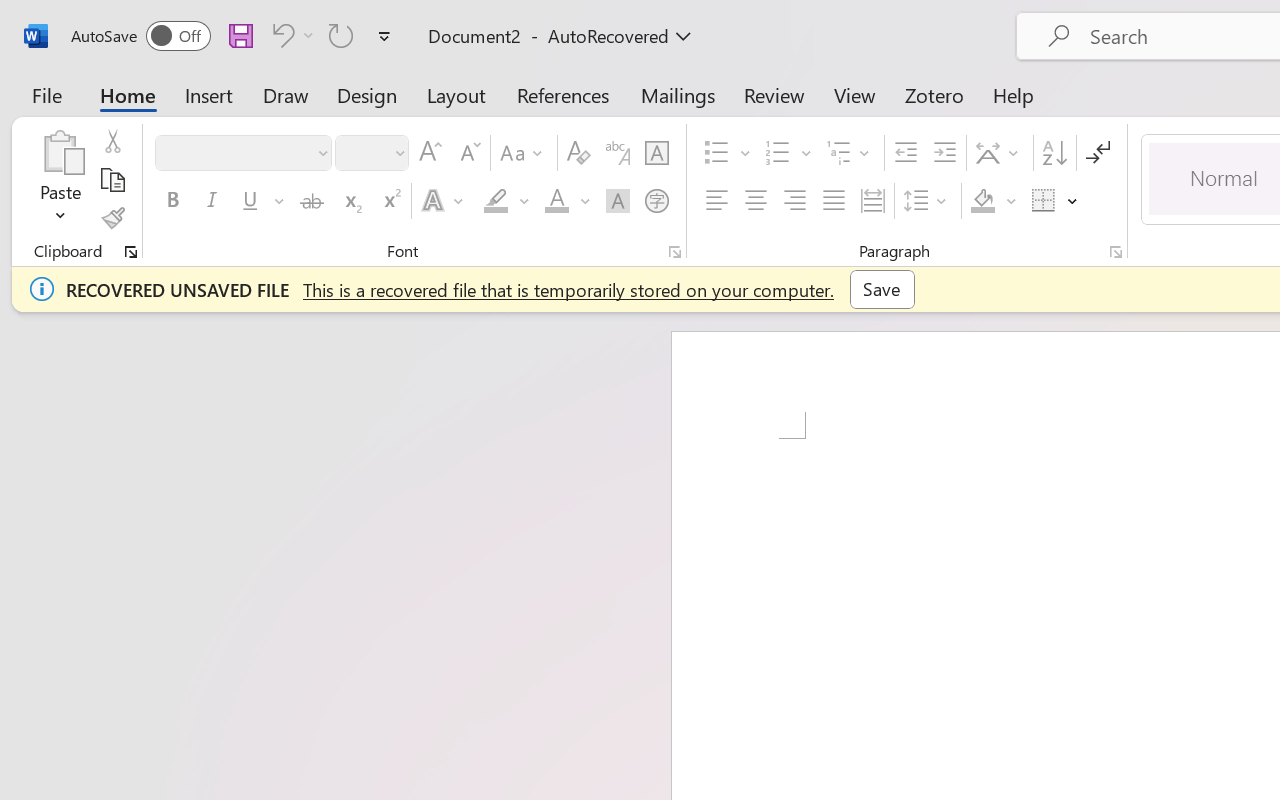  I want to click on 'Phonetic Guide...', so click(617, 153).